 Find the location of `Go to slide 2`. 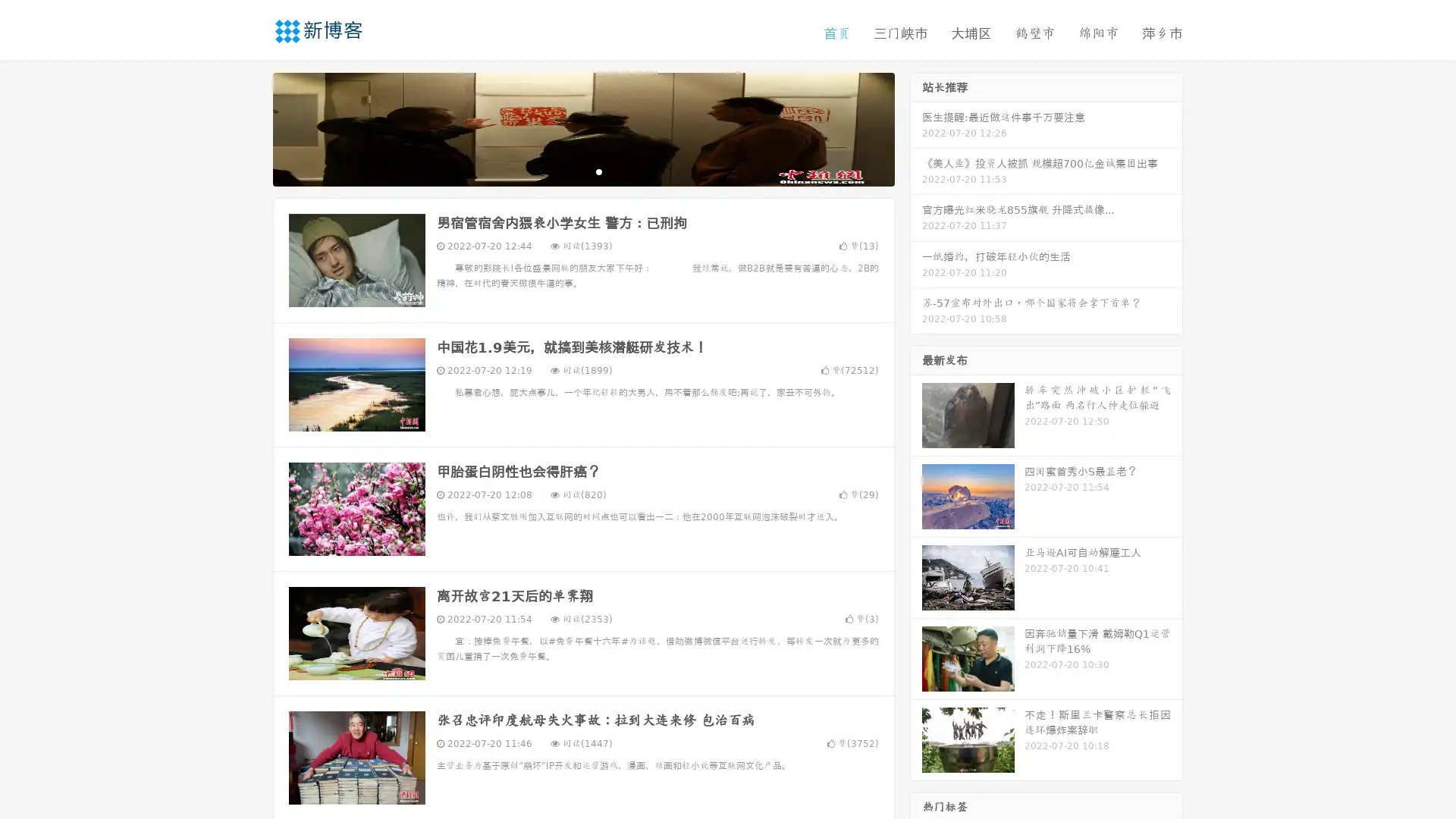

Go to slide 2 is located at coordinates (582, 171).